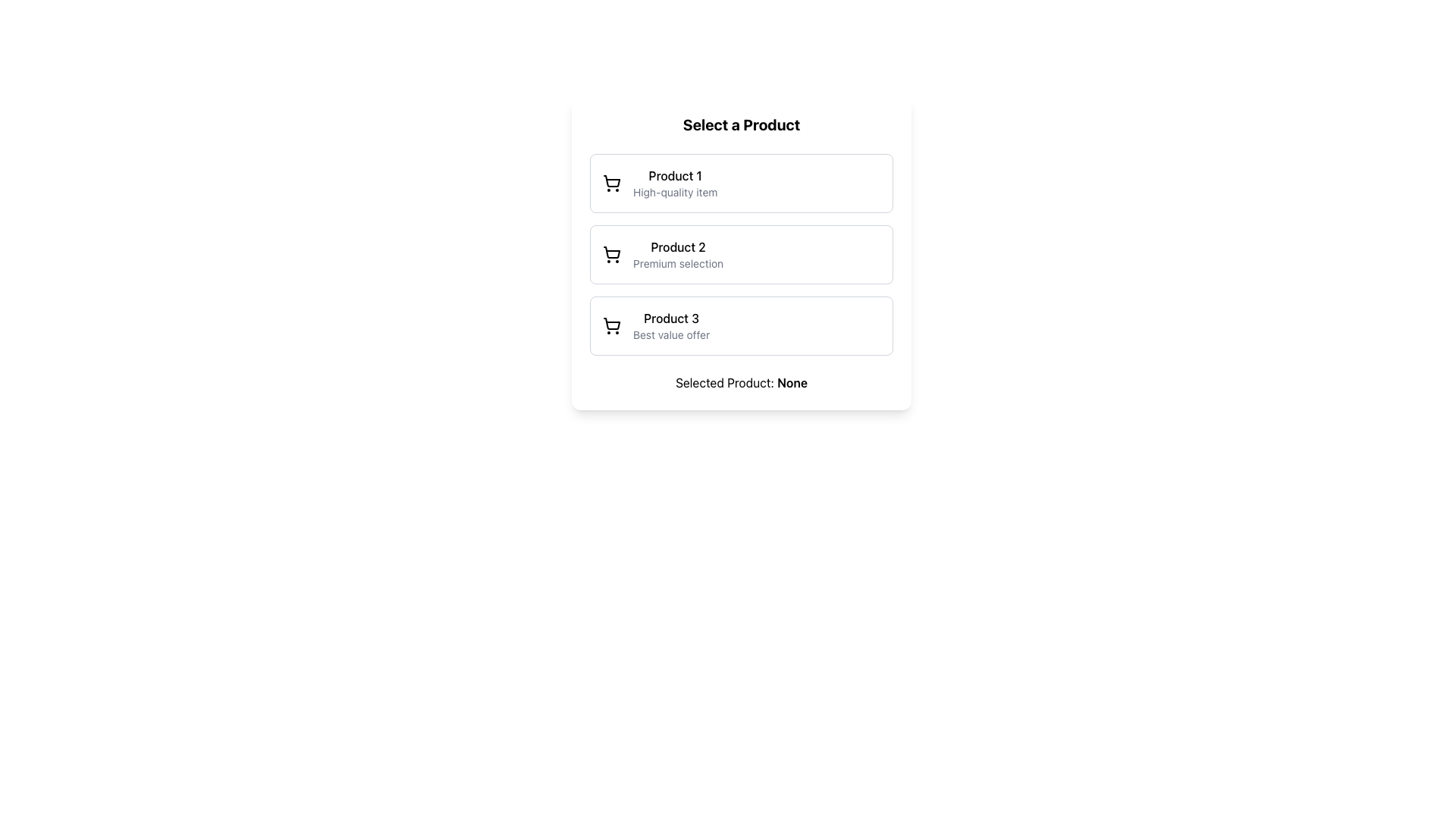  Describe the element at coordinates (677, 253) in the screenshot. I see `the label component that conveys the title and subtitle of 'Product 2', located in the second card of a list of three cards` at that location.